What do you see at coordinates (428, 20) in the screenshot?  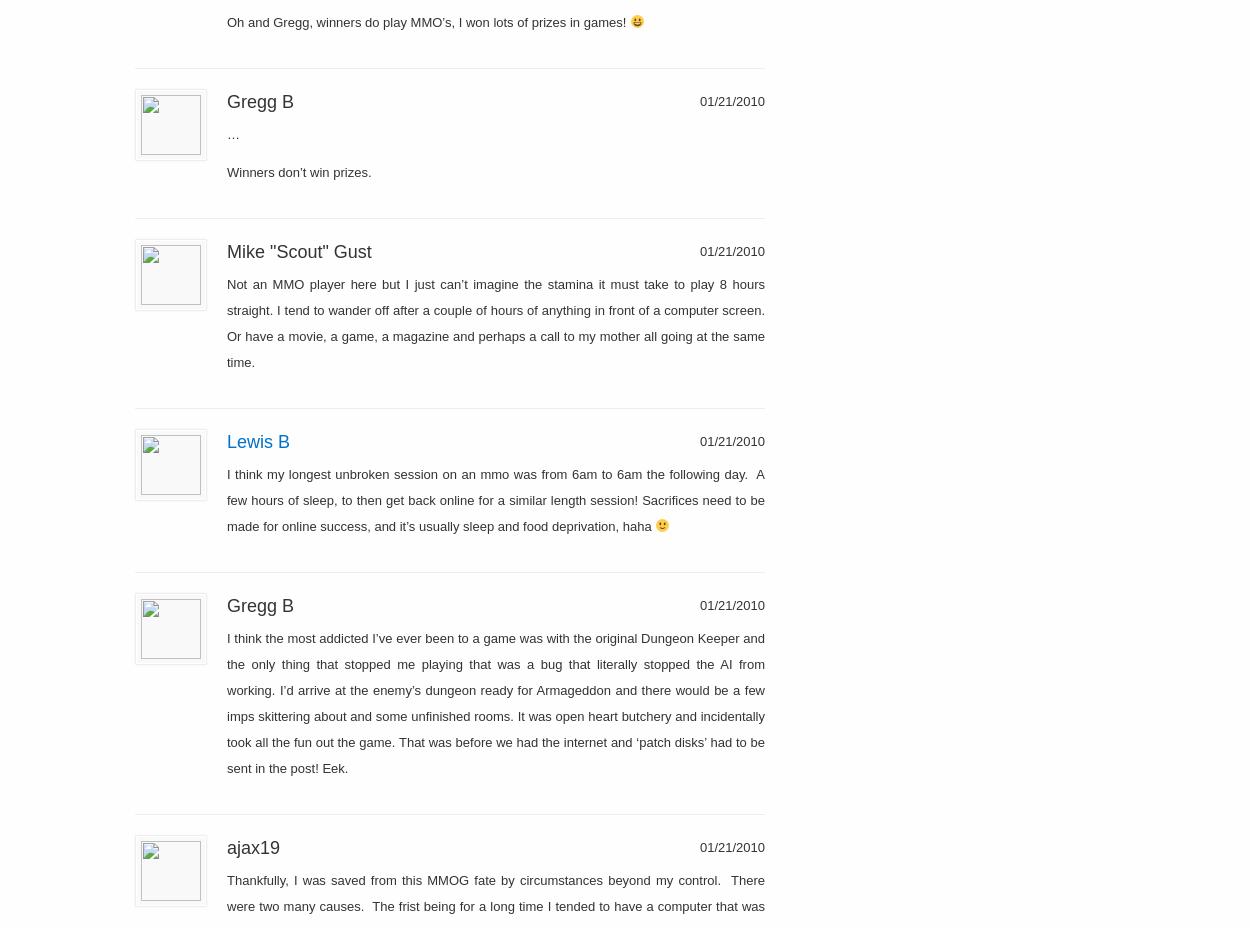 I see `'Oh and Gregg, winners do play MMO’s, I won lots of prizes in games!'` at bounding box center [428, 20].